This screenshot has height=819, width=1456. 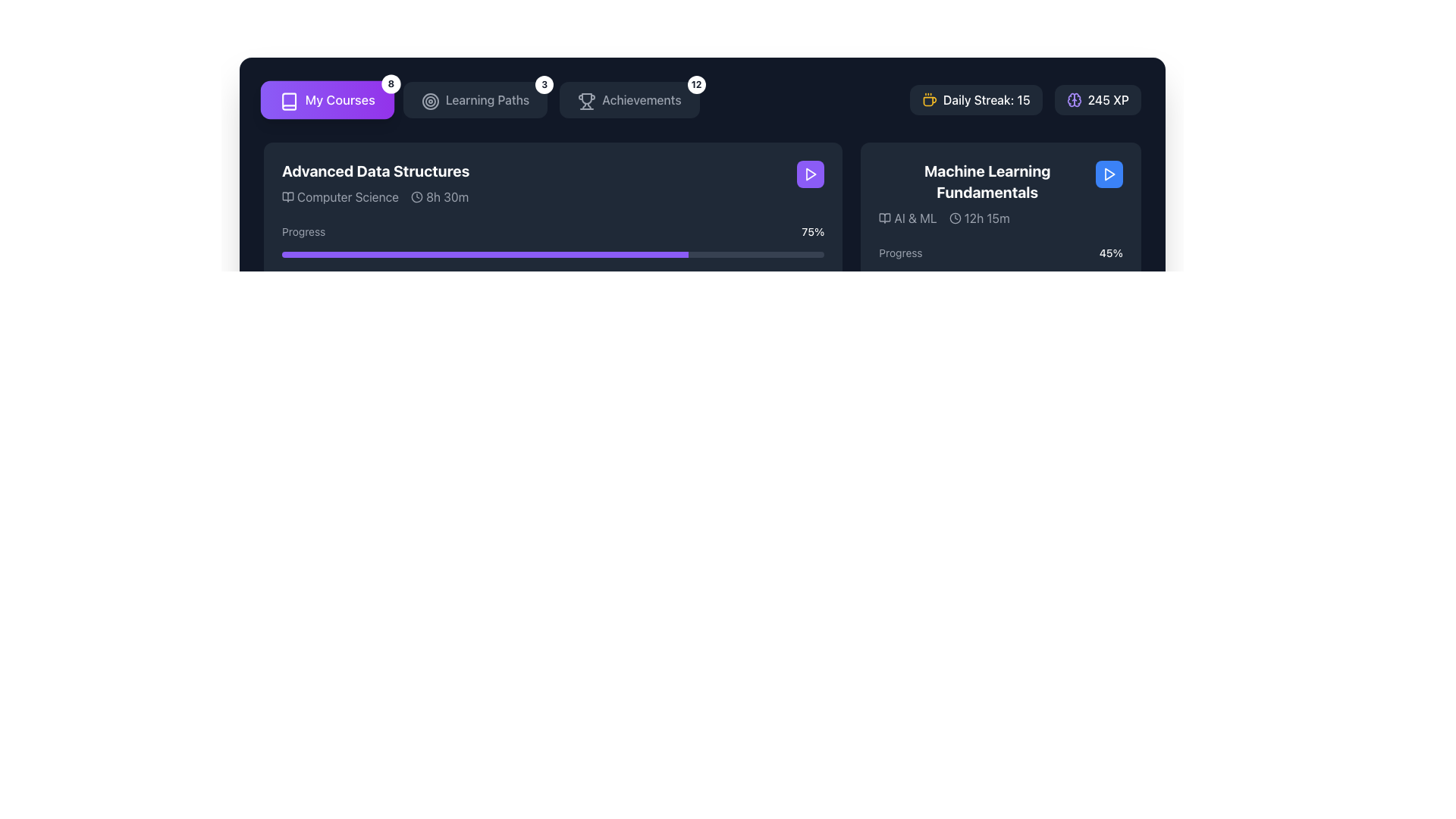 What do you see at coordinates (976, 99) in the screenshot?
I see `the informational label that displays the user's daily streak count, which is the first of two horizontally arranged elements in the top-right corner of the interface` at bounding box center [976, 99].